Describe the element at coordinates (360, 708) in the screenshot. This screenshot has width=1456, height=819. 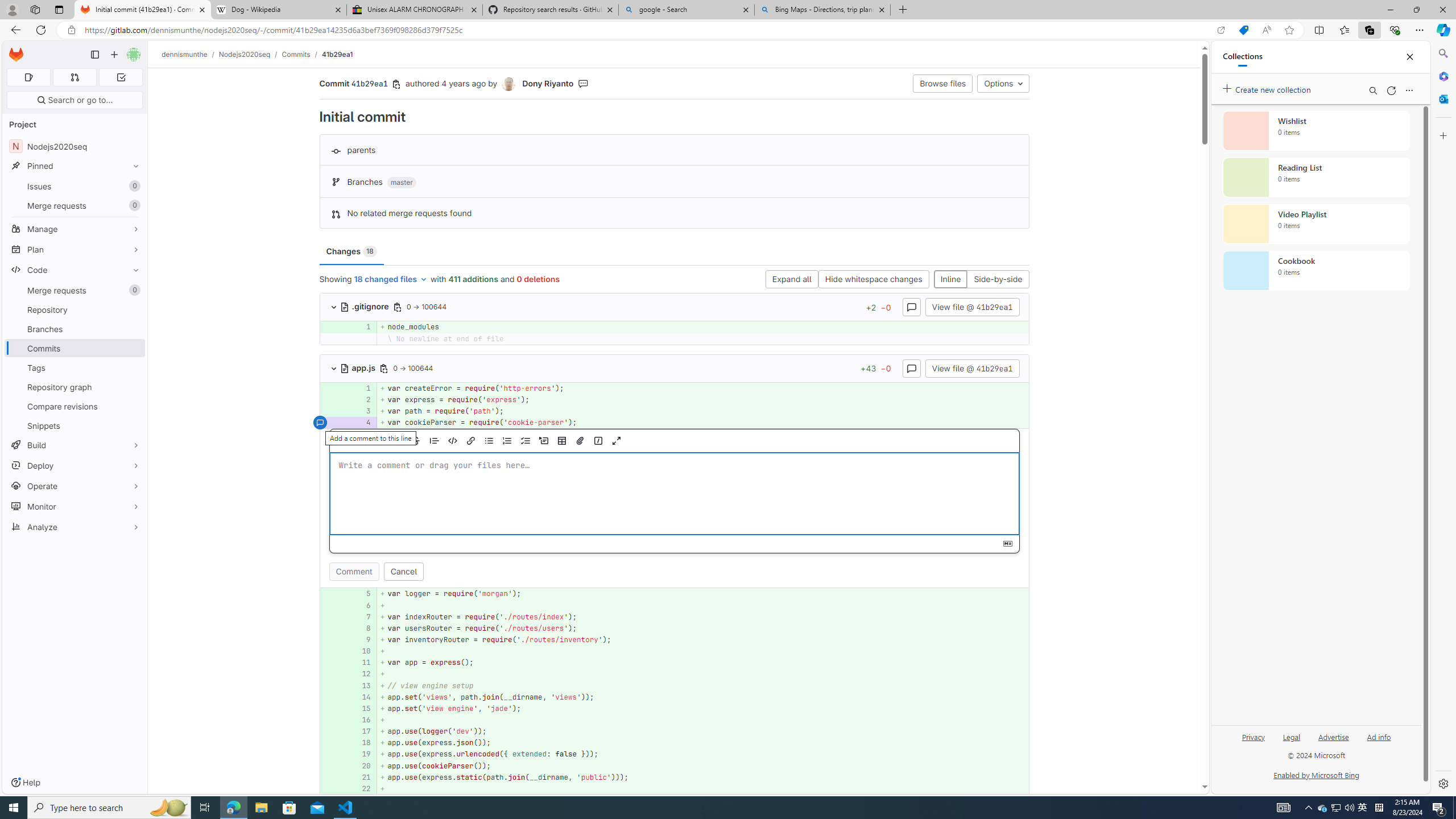
I see `'15'` at that location.